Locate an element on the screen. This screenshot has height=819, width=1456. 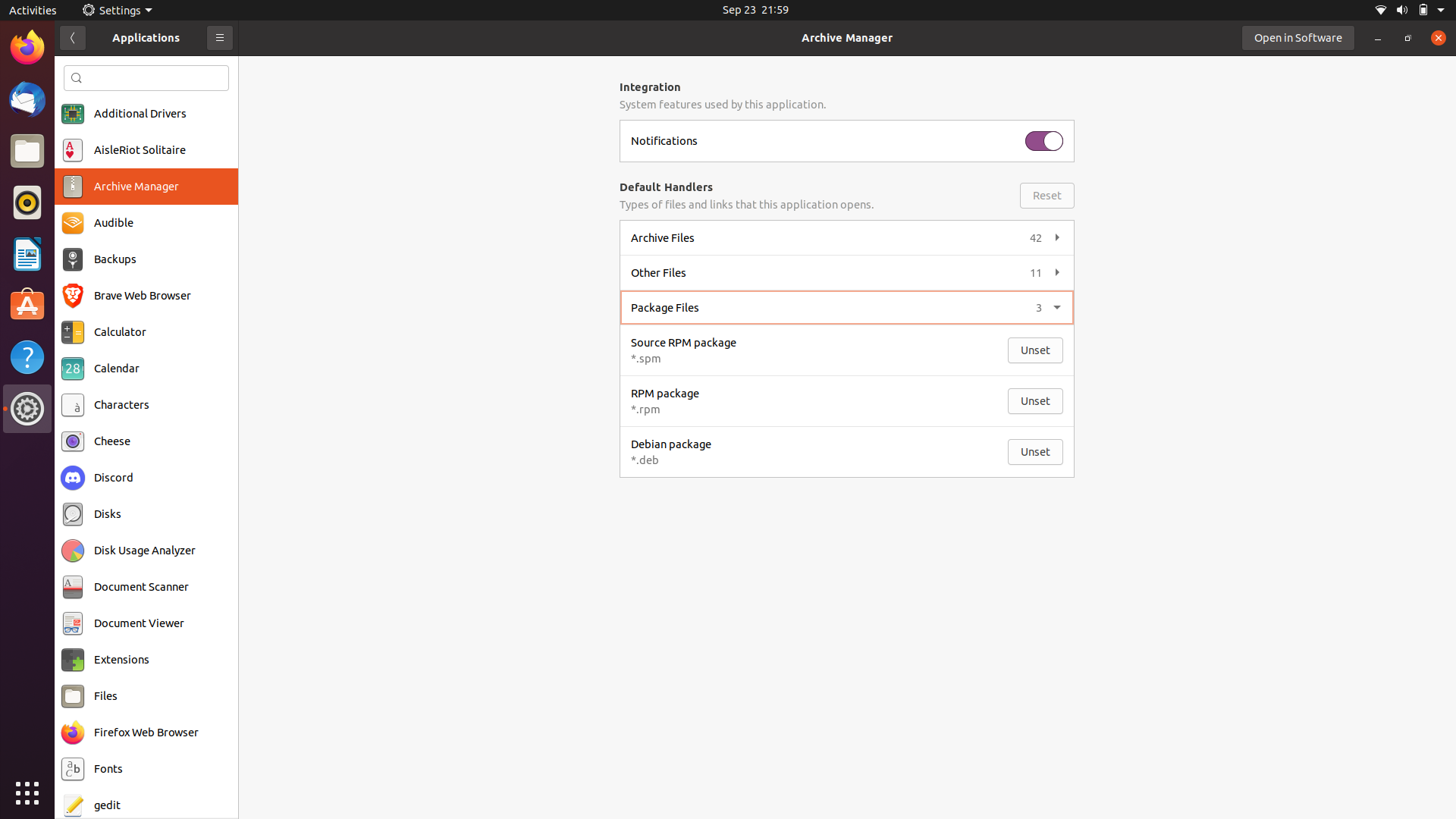
the Settings feature is located at coordinates (115, 12).